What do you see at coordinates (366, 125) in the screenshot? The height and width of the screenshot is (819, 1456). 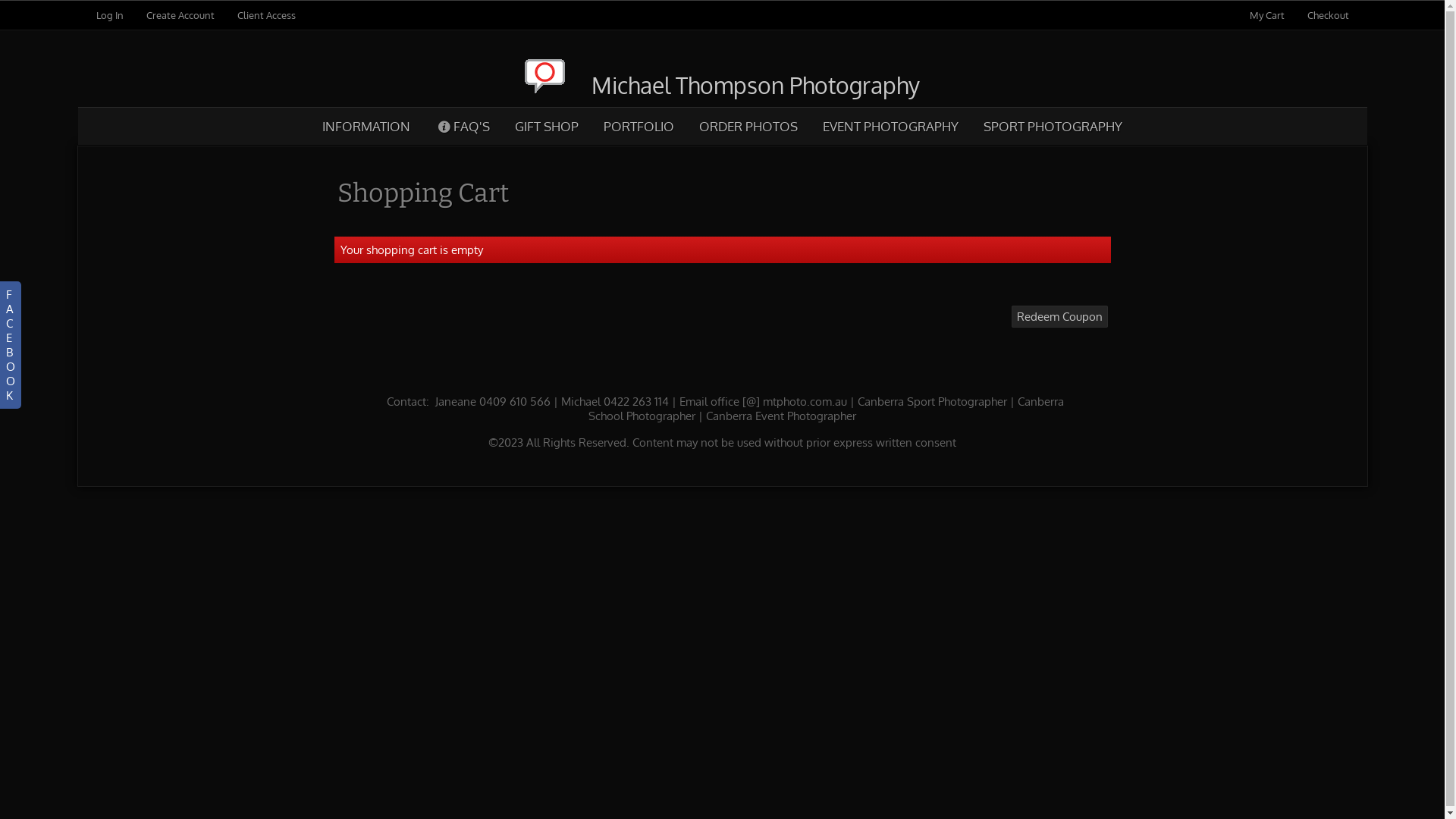 I see `'INFORMATION'` at bounding box center [366, 125].